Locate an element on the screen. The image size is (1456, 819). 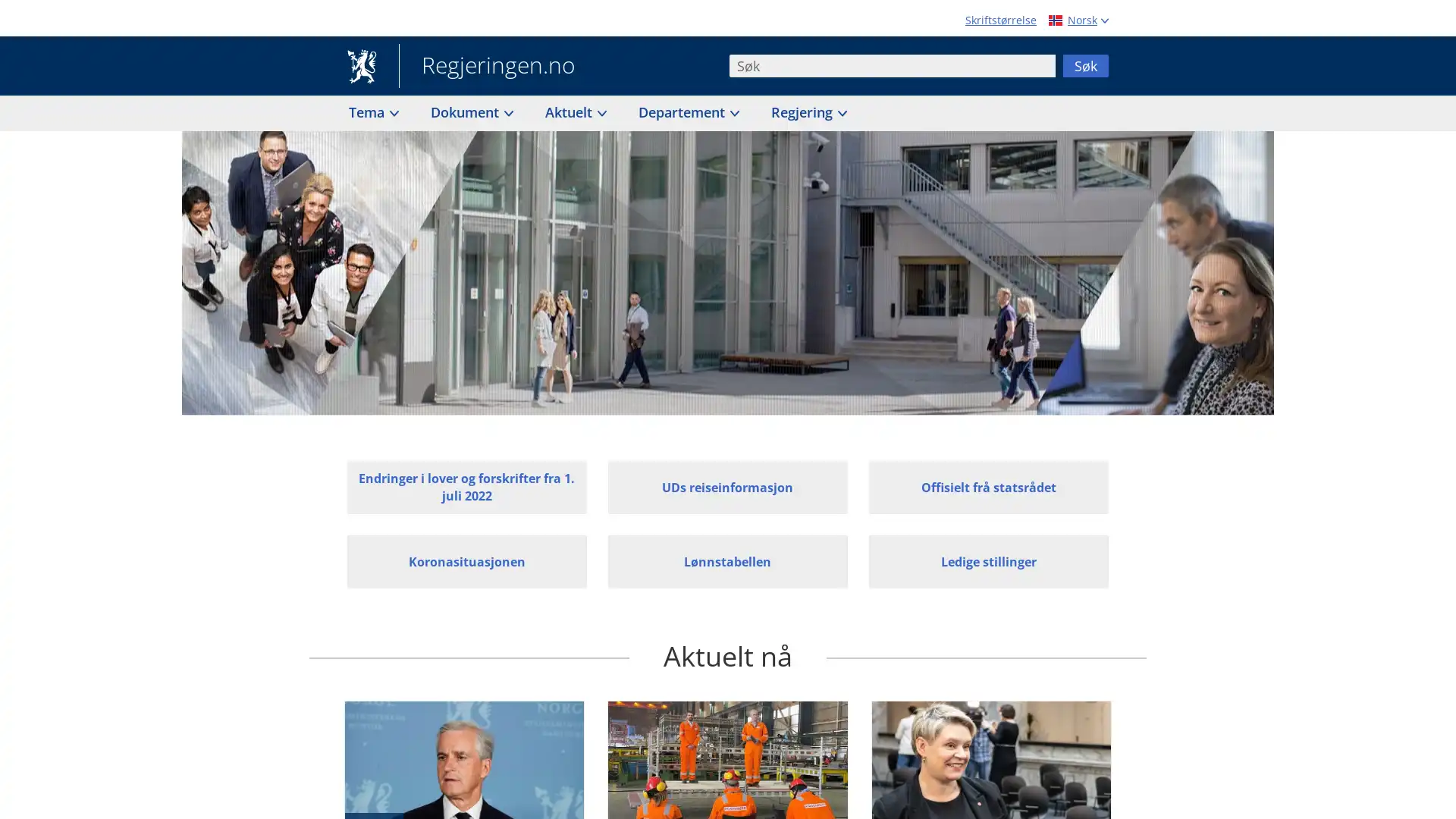
Tema is located at coordinates (372, 111).